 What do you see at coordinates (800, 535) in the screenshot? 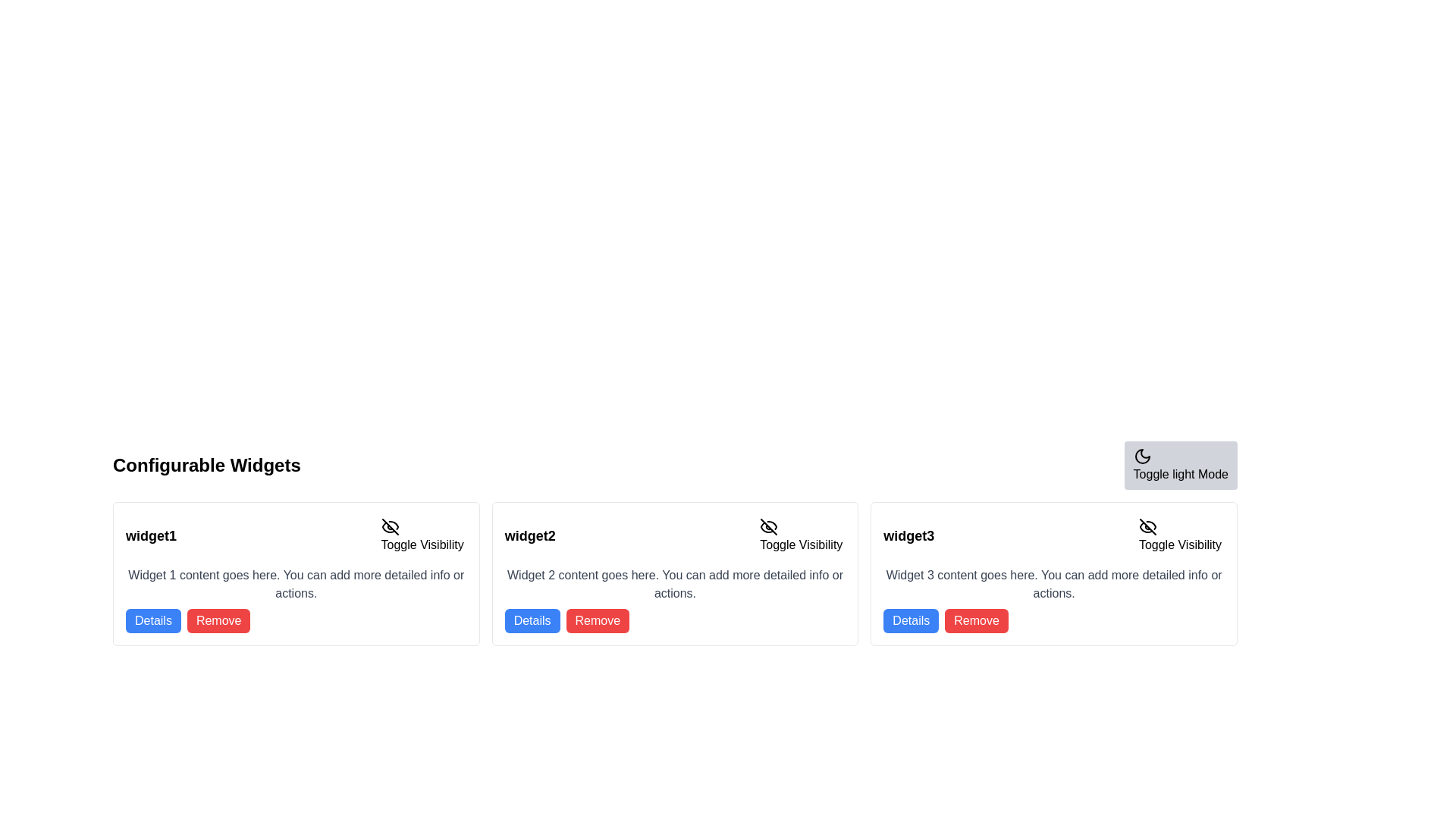
I see `the 'Toggle Visibility' button located in the top-right section of the 'widget2' area` at bounding box center [800, 535].